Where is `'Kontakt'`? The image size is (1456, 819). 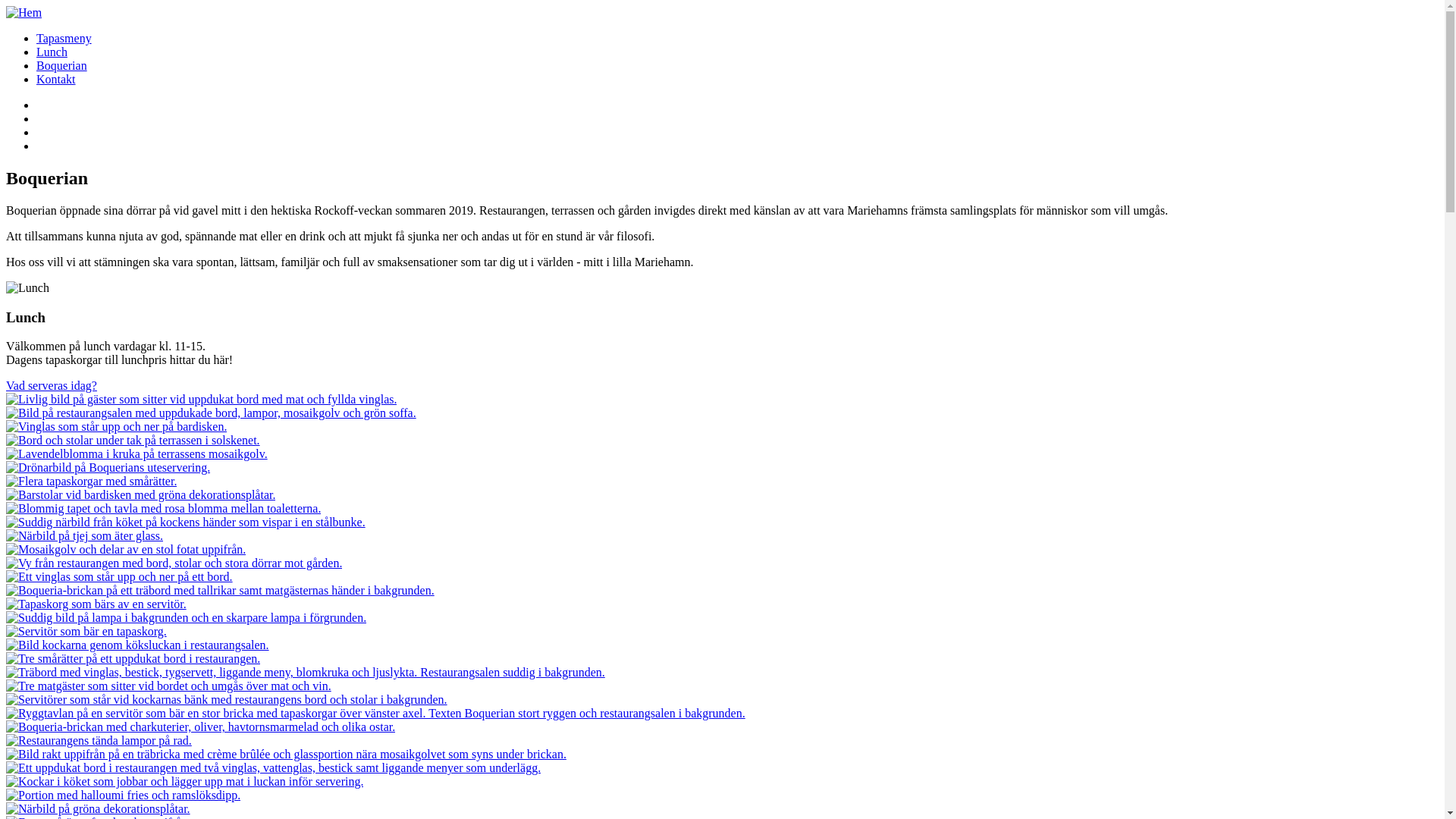
'Kontakt' is located at coordinates (55, 79).